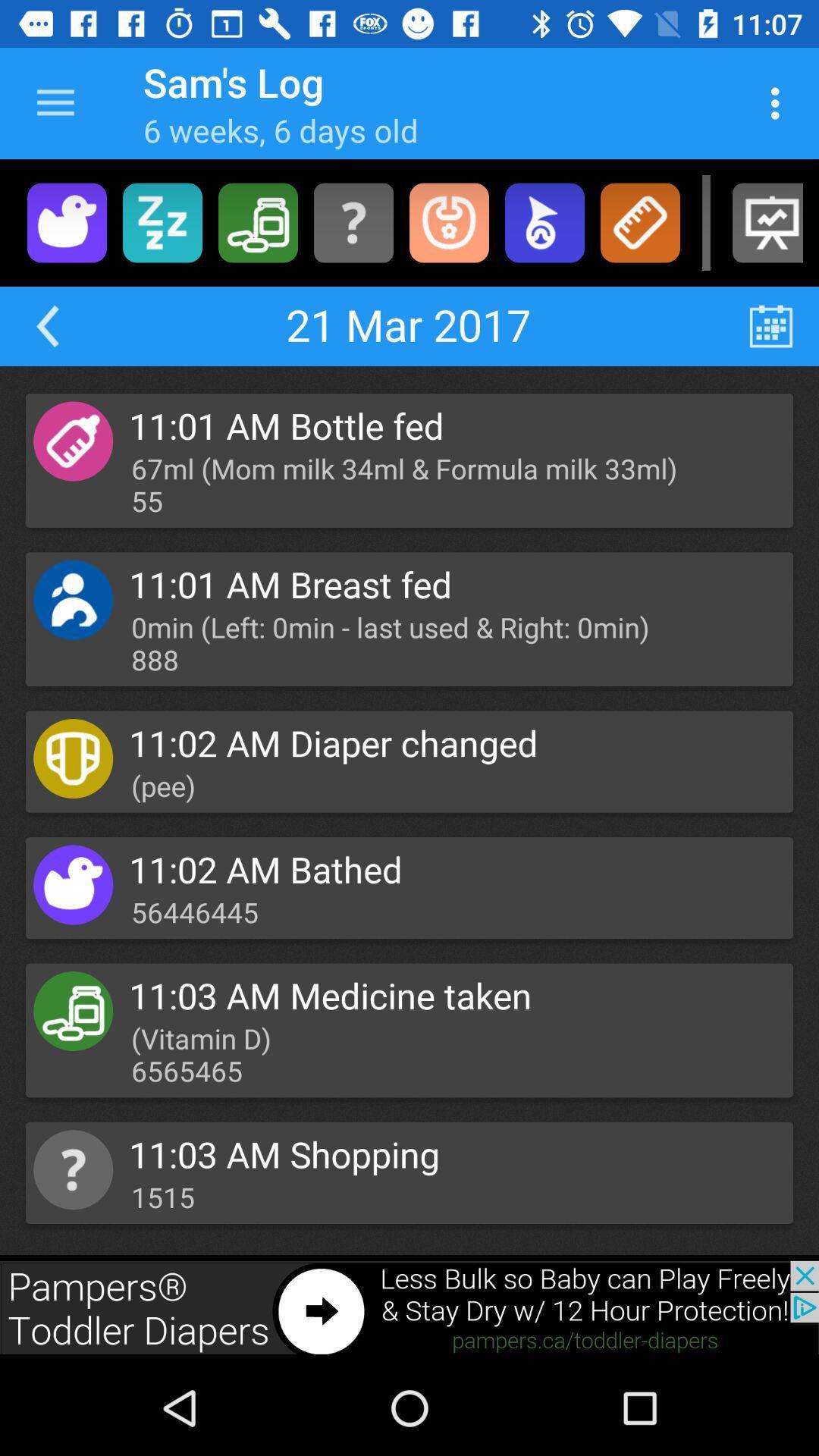 Image resolution: width=819 pixels, height=1456 pixels. Describe the element at coordinates (162, 221) in the screenshot. I see `nap time button` at that location.